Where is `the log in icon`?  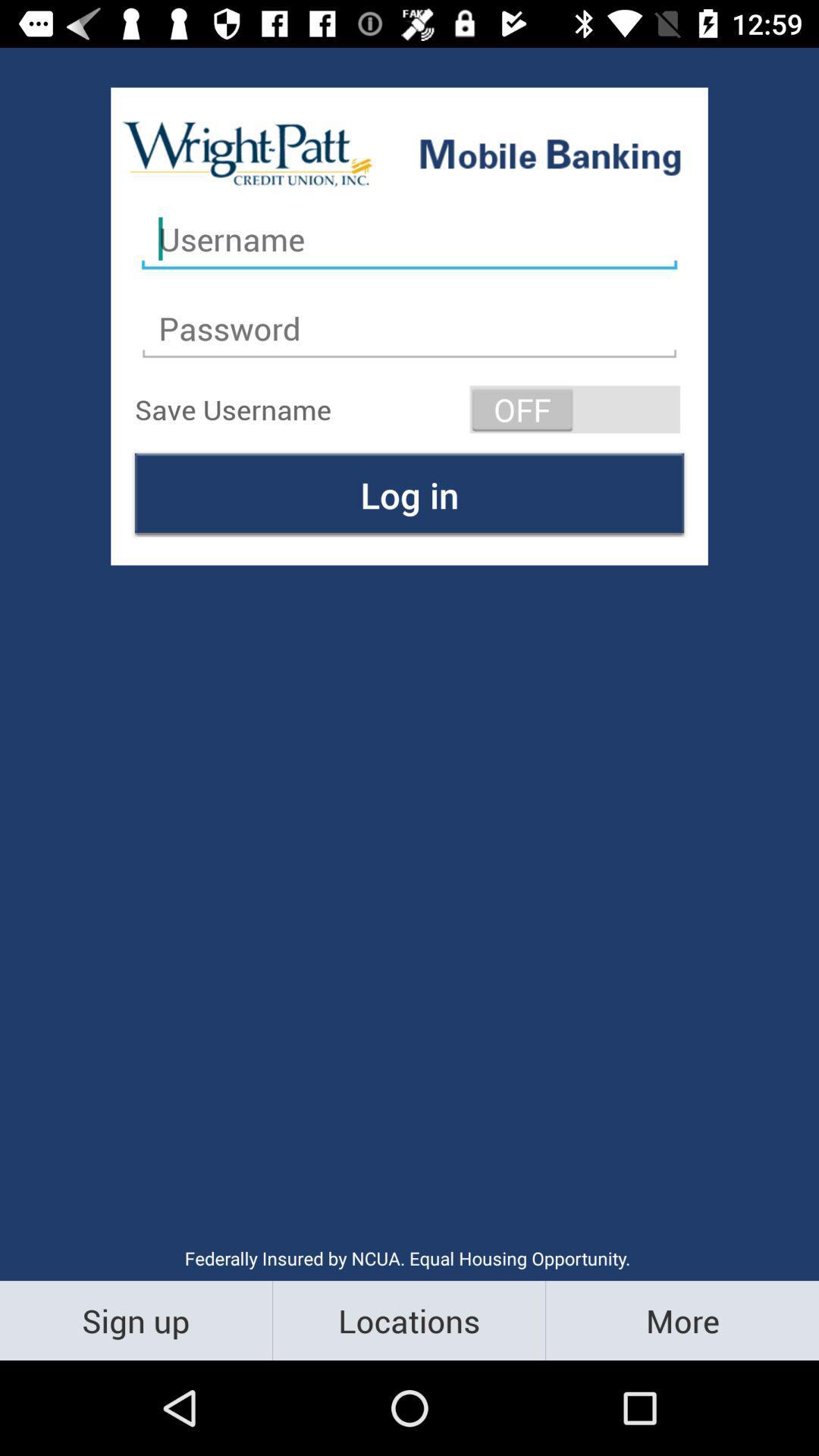 the log in icon is located at coordinates (409, 494).